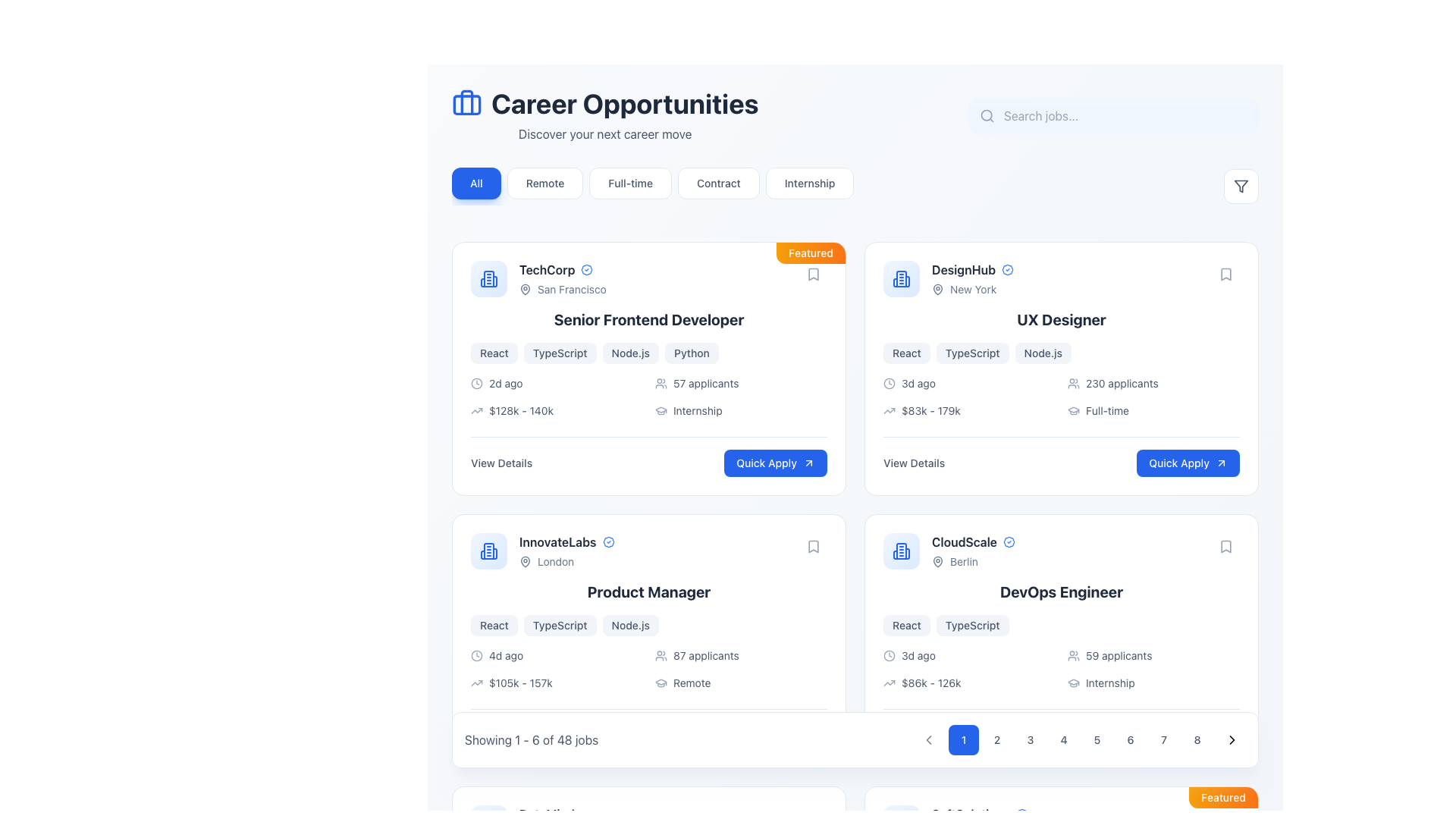 The height and width of the screenshot is (819, 1456). I want to click on the Label and Icon Group that identifies the company name and location in the job listing for the 'UX Designer' position, located in the upper half of the card, so click(948, 278).